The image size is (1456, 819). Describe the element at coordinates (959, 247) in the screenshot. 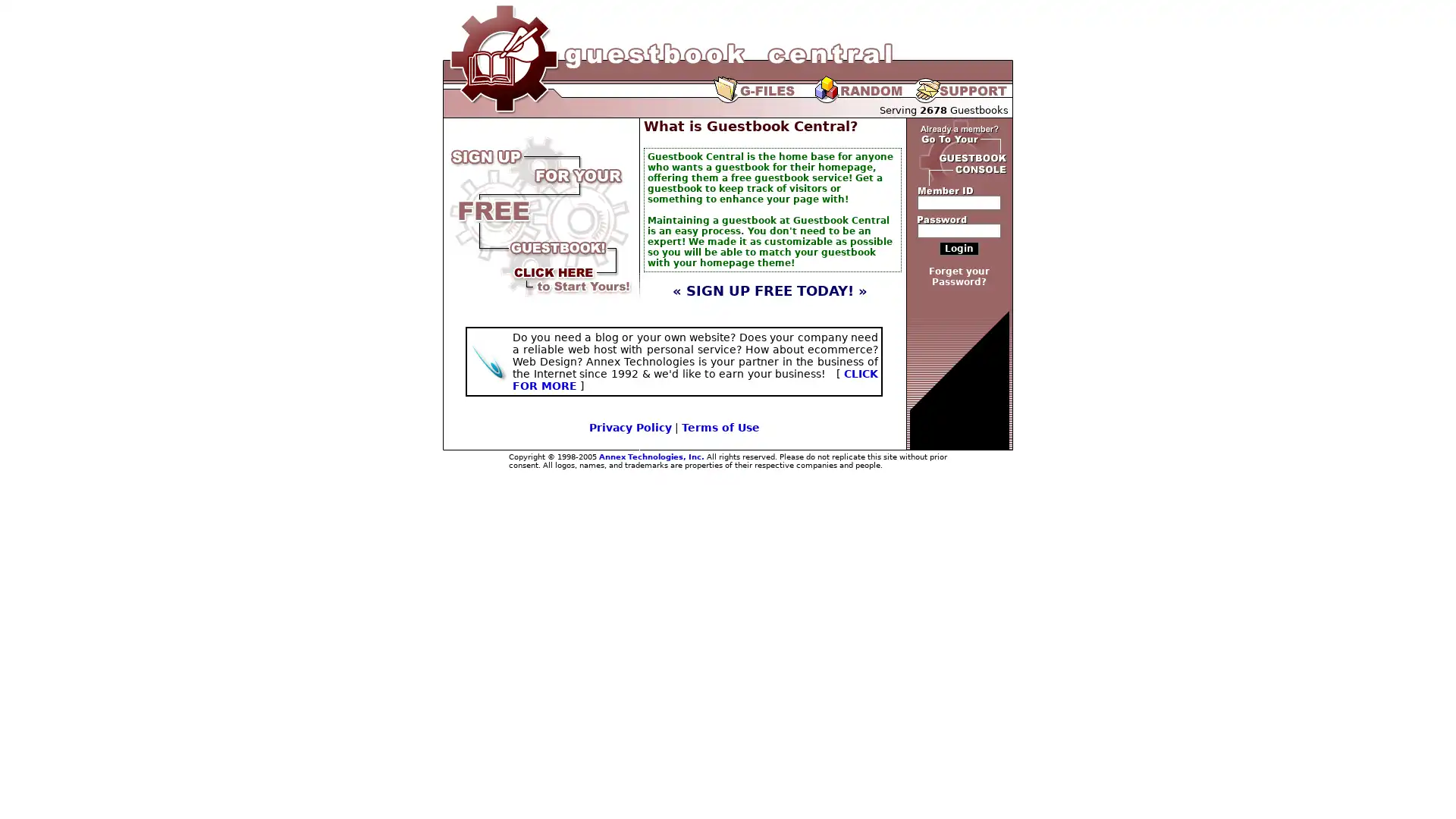

I see `Login` at that location.